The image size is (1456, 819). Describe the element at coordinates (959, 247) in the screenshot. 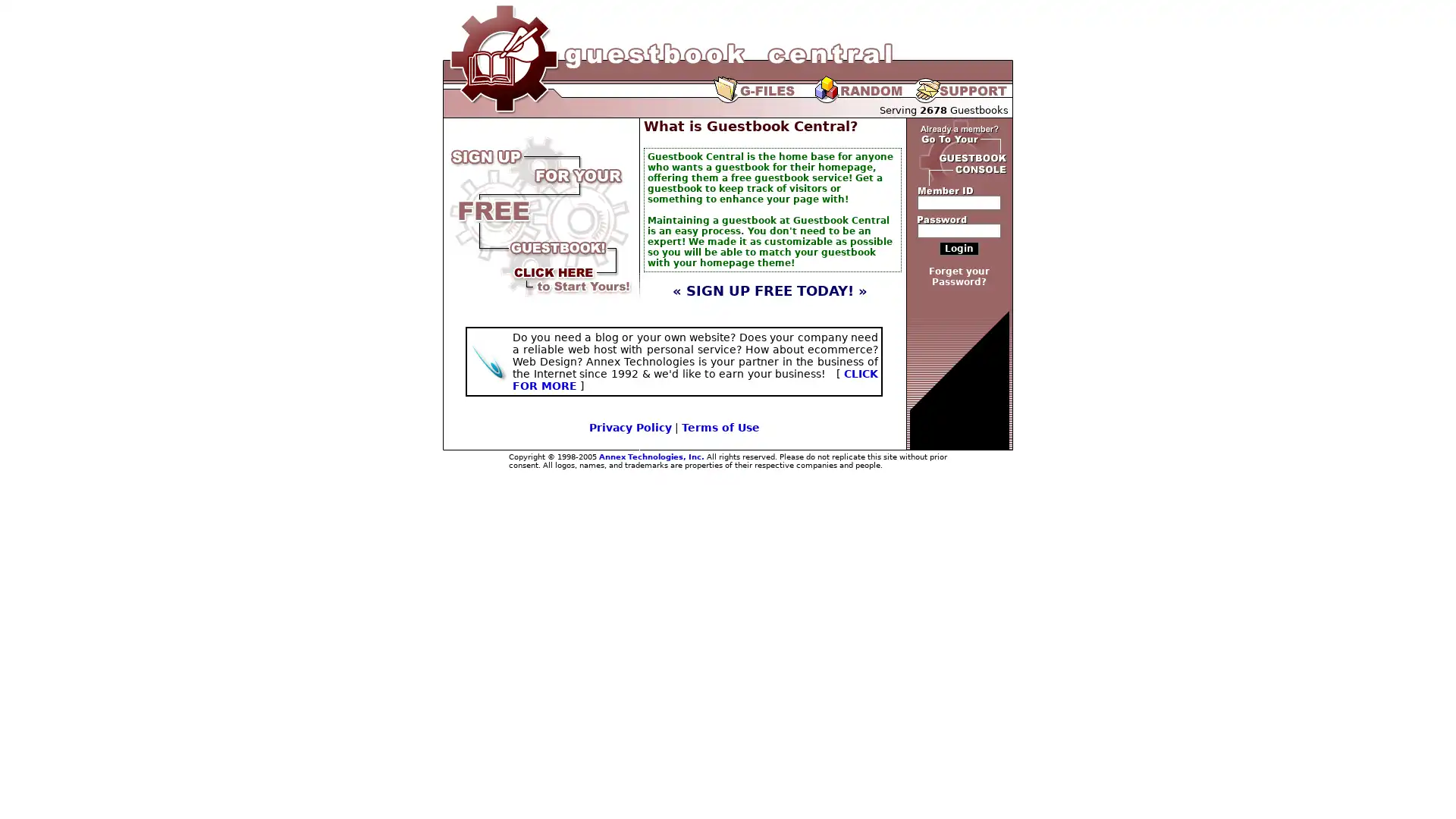

I see `Login` at that location.